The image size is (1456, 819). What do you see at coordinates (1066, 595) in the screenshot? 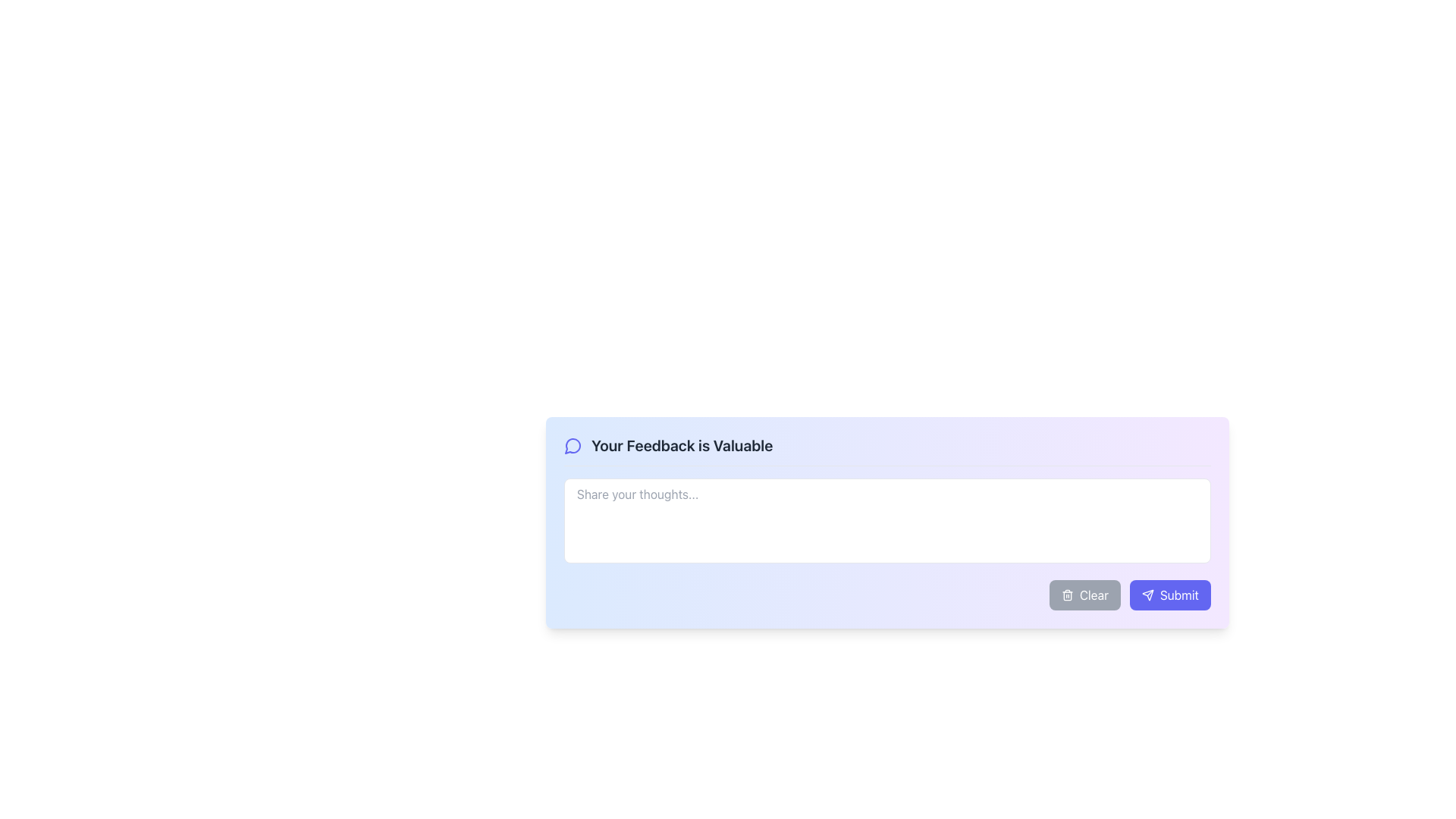
I see `the 'Clear' button that contains the trash can icon in the footer of the feedback form` at bounding box center [1066, 595].